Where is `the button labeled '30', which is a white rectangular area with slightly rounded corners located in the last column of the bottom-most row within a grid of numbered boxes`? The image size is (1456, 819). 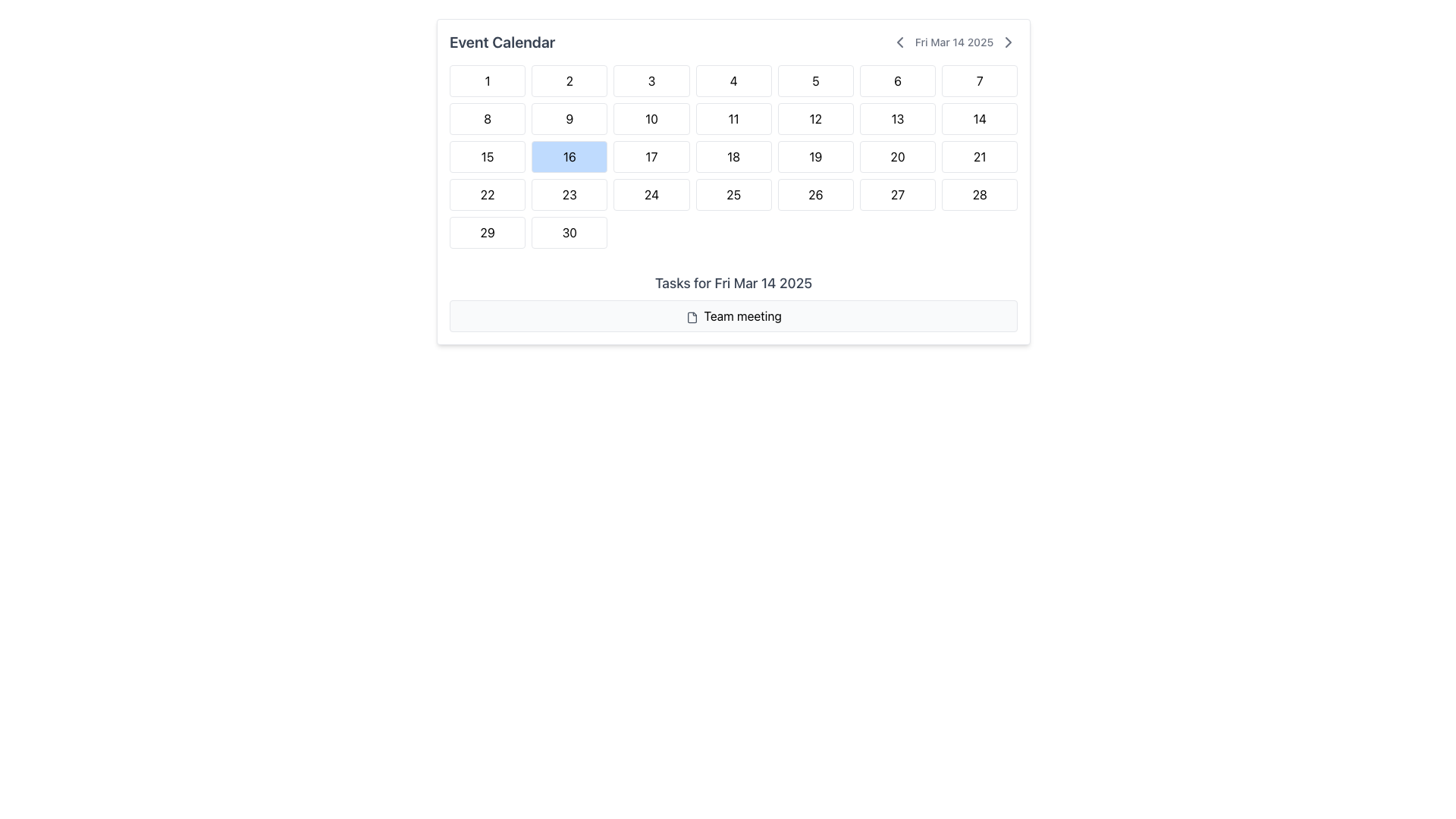
the button labeled '30', which is a white rectangular area with slightly rounded corners located in the last column of the bottom-most row within a grid of numbered boxes is located at coordinates (569, 233).